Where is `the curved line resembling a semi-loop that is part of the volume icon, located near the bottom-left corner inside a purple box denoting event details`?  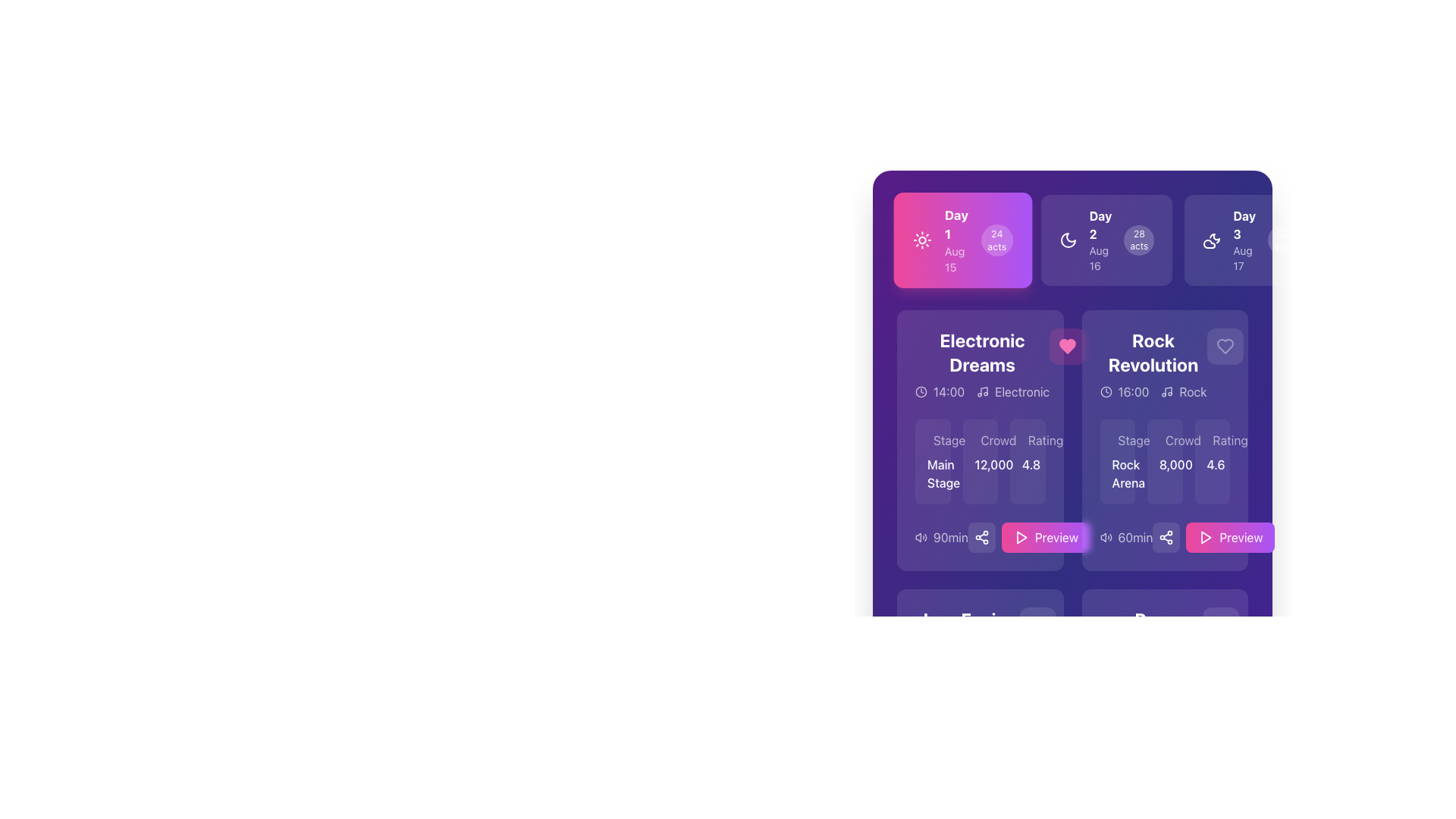
the curved line resembling a semi-loop that is part of the volume icon, located near the bottom-left corner inside a purple box denoting event details is located at coordinates (924, 537).